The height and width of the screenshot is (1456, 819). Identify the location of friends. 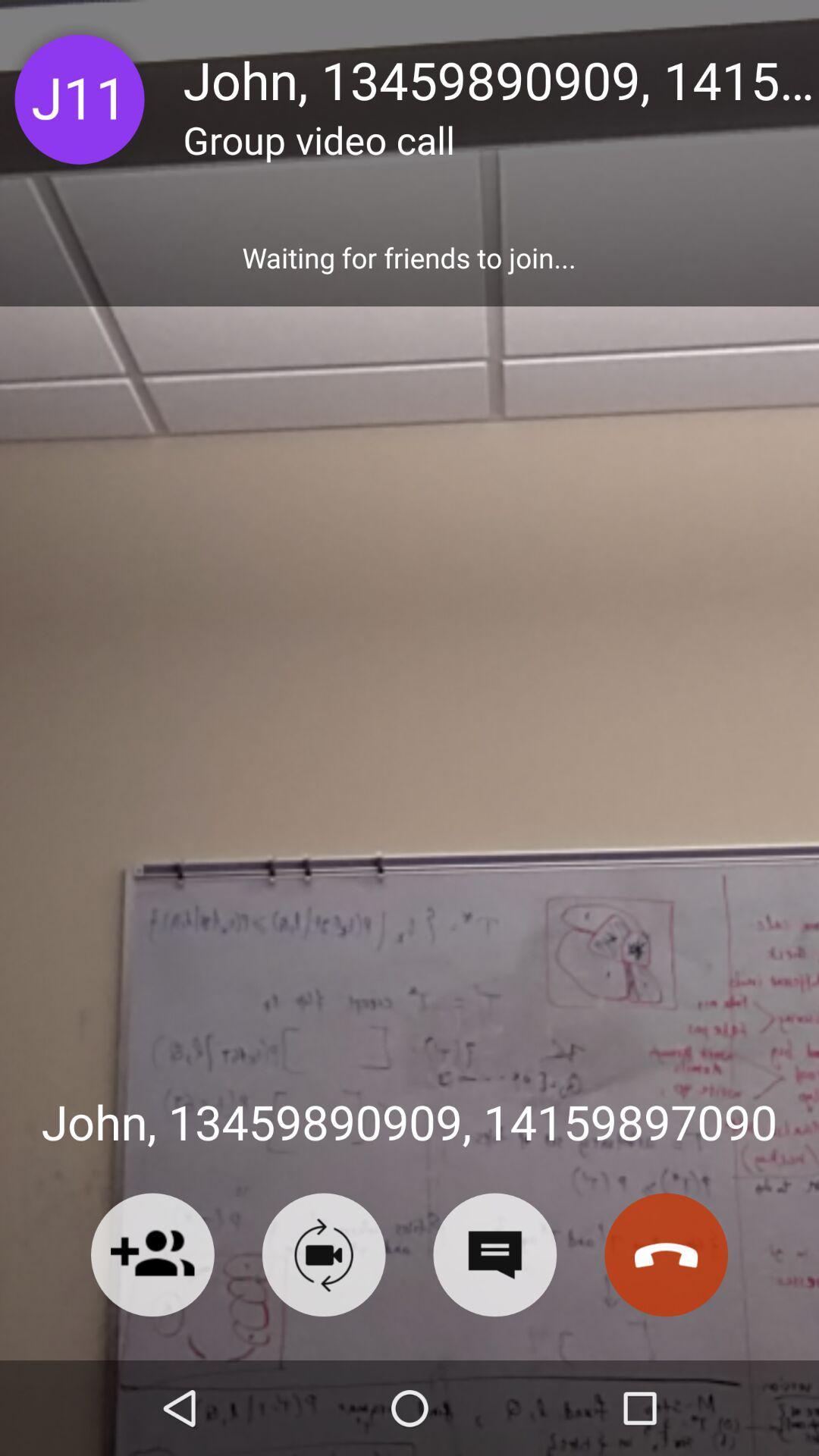
(152, 1254).